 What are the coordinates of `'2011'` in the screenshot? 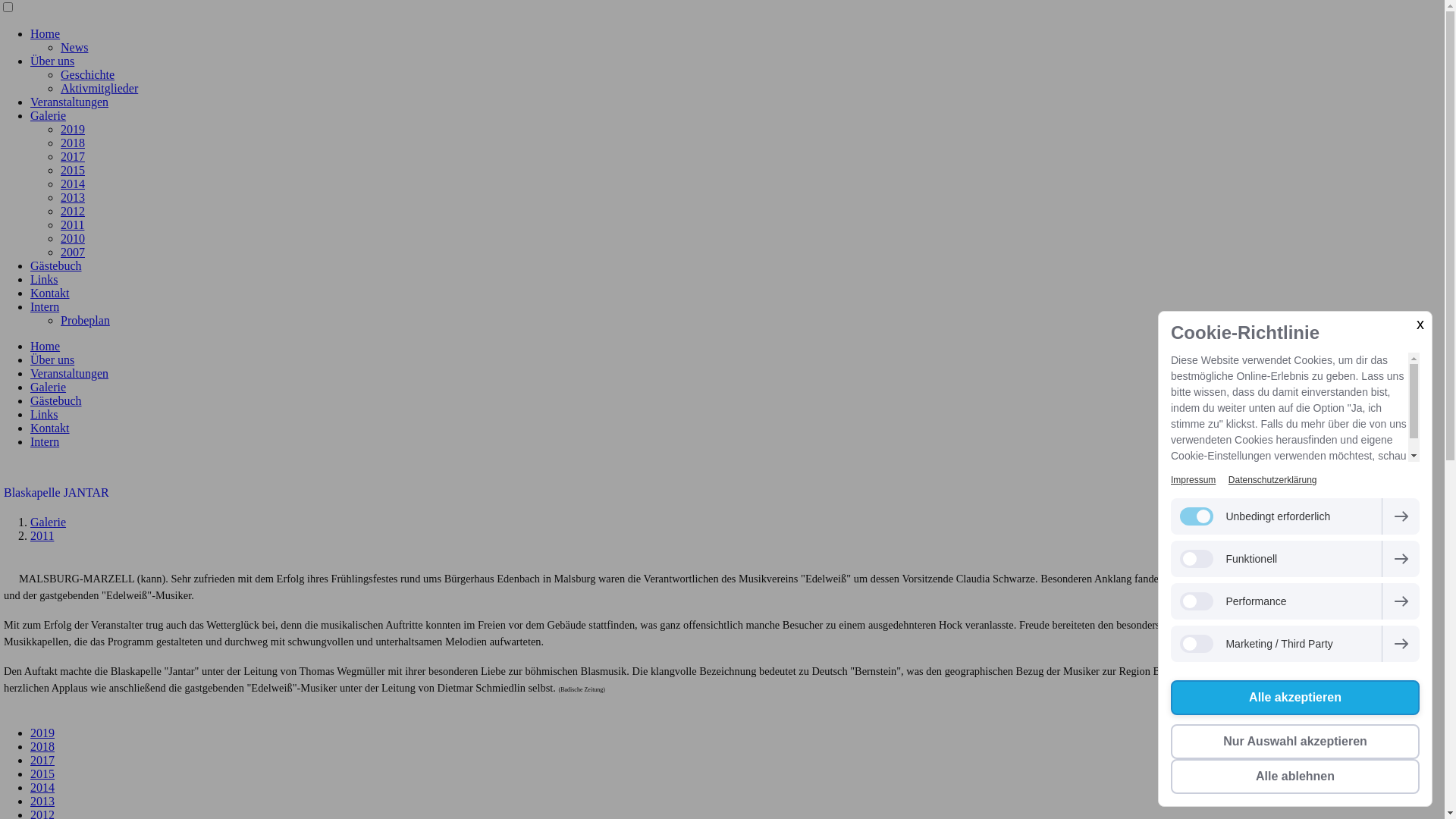 It's located at (30, 535).